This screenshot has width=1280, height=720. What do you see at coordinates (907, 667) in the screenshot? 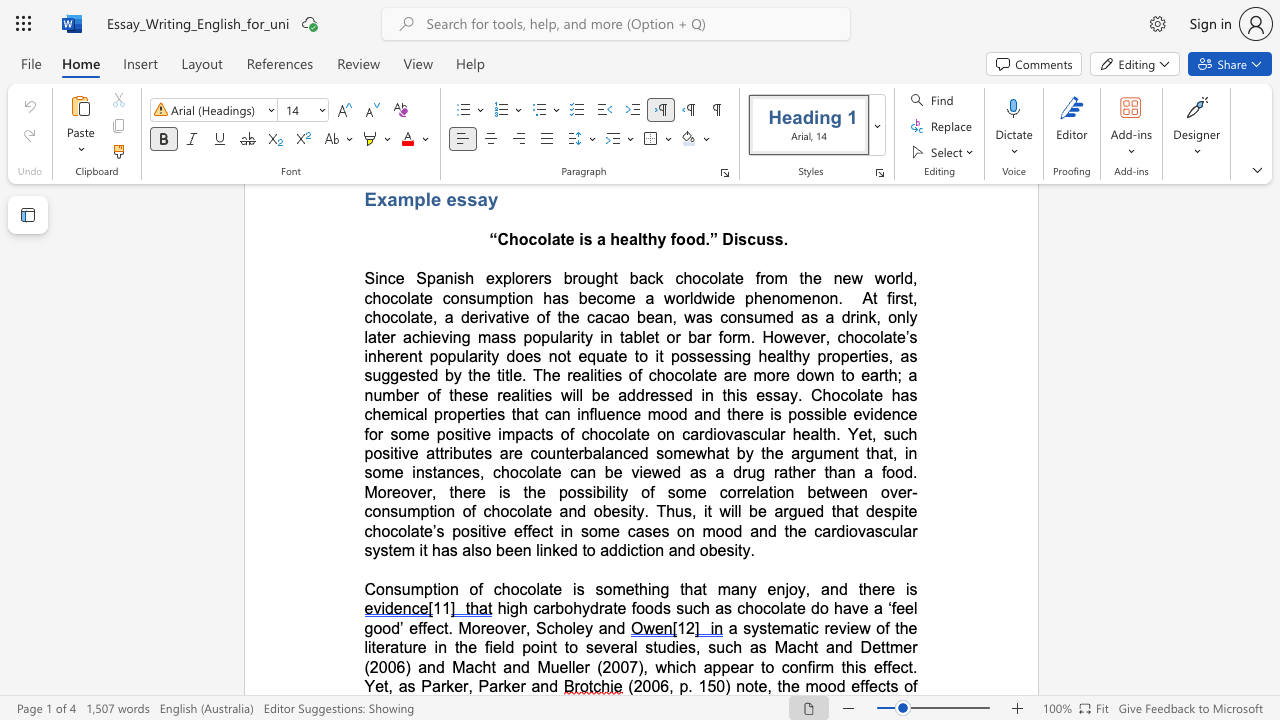
I see `the subset text "t. Yet, as Parker," within the text "this effect. Yet, as Parker, Parker and"` at bounding box center [907, 667].